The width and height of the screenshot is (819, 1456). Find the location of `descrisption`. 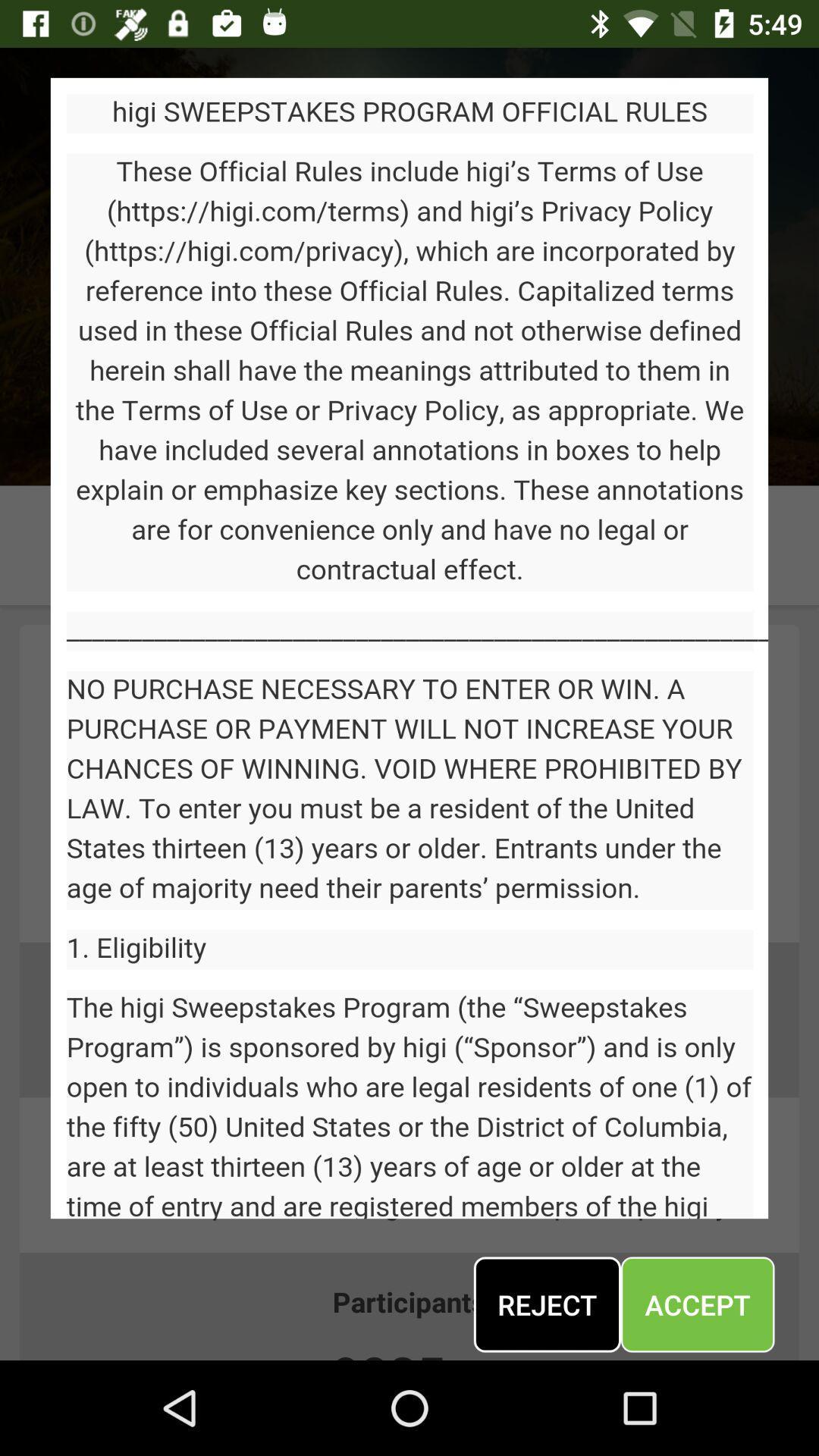

descrisption is located at coordinates (409, 648).